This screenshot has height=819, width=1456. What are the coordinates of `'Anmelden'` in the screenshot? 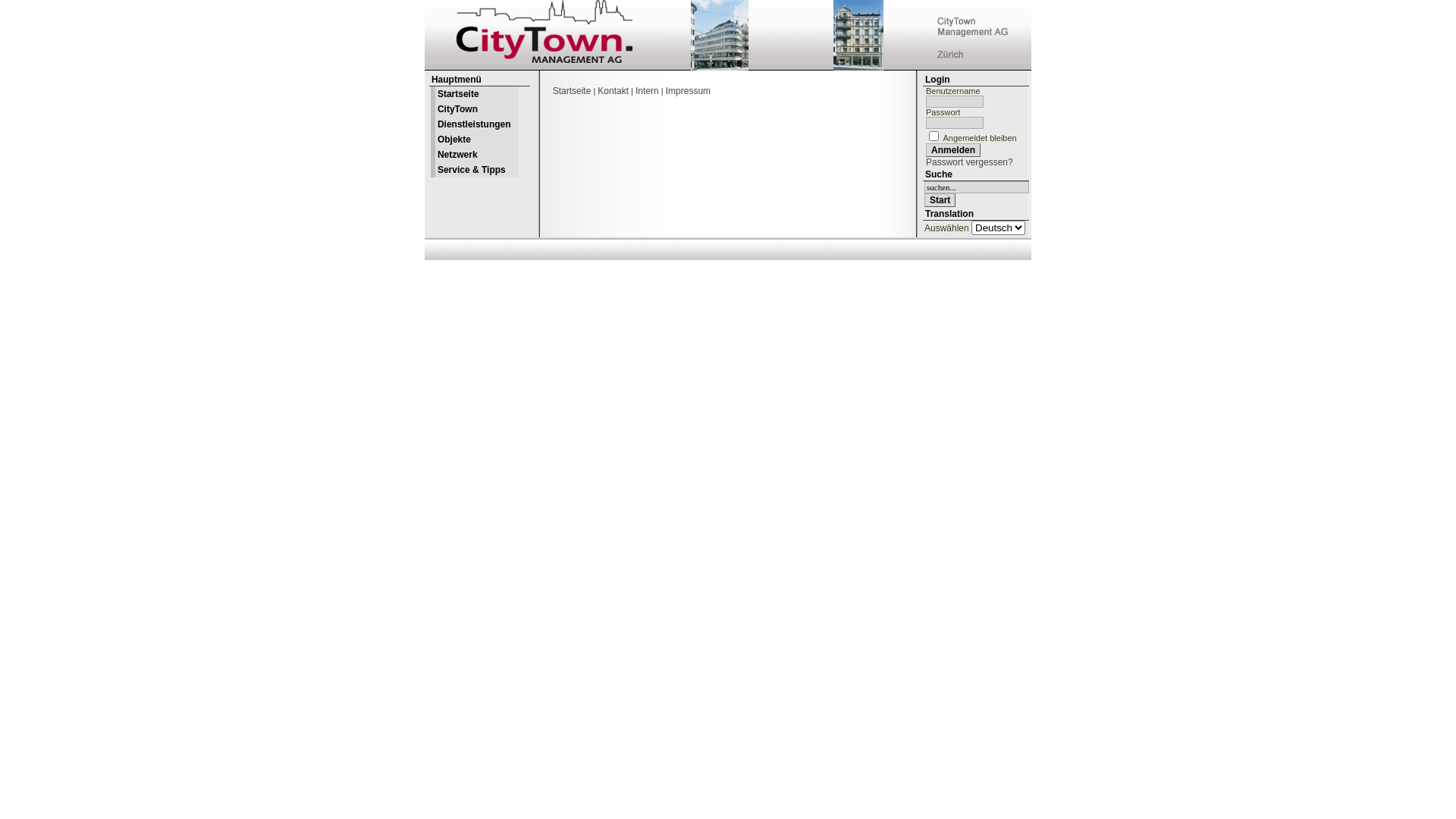 It's located at (952, 149).